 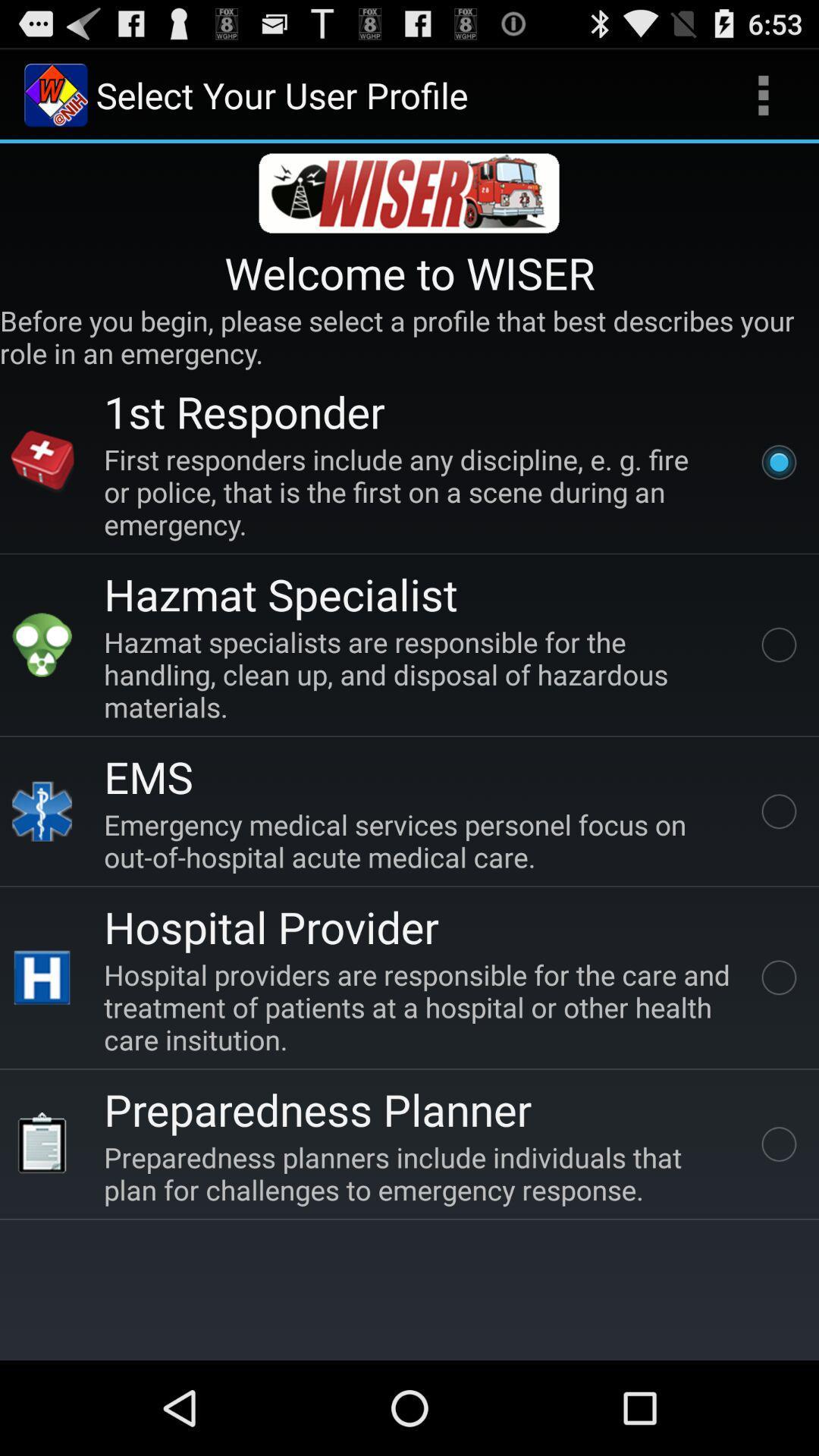 What do you see at coordinates (420, 839) in the screenshot?
I see `emergency medical services icon` at bounding box center [420, 839].